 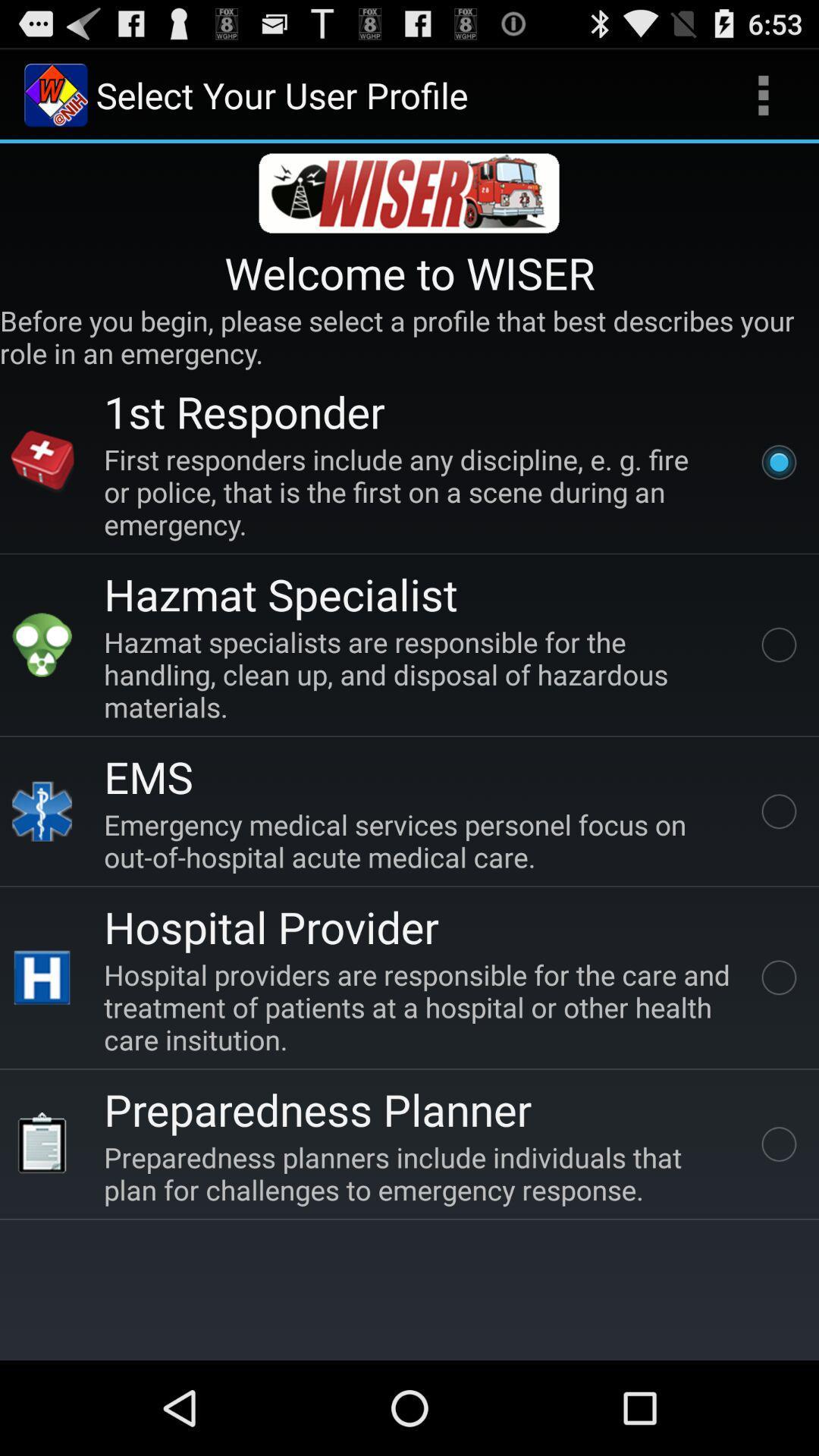 What do you see at coordinates (420, 839) in the screenshot?
I see `emergency medical services icon` at bounding box center [420, 839].